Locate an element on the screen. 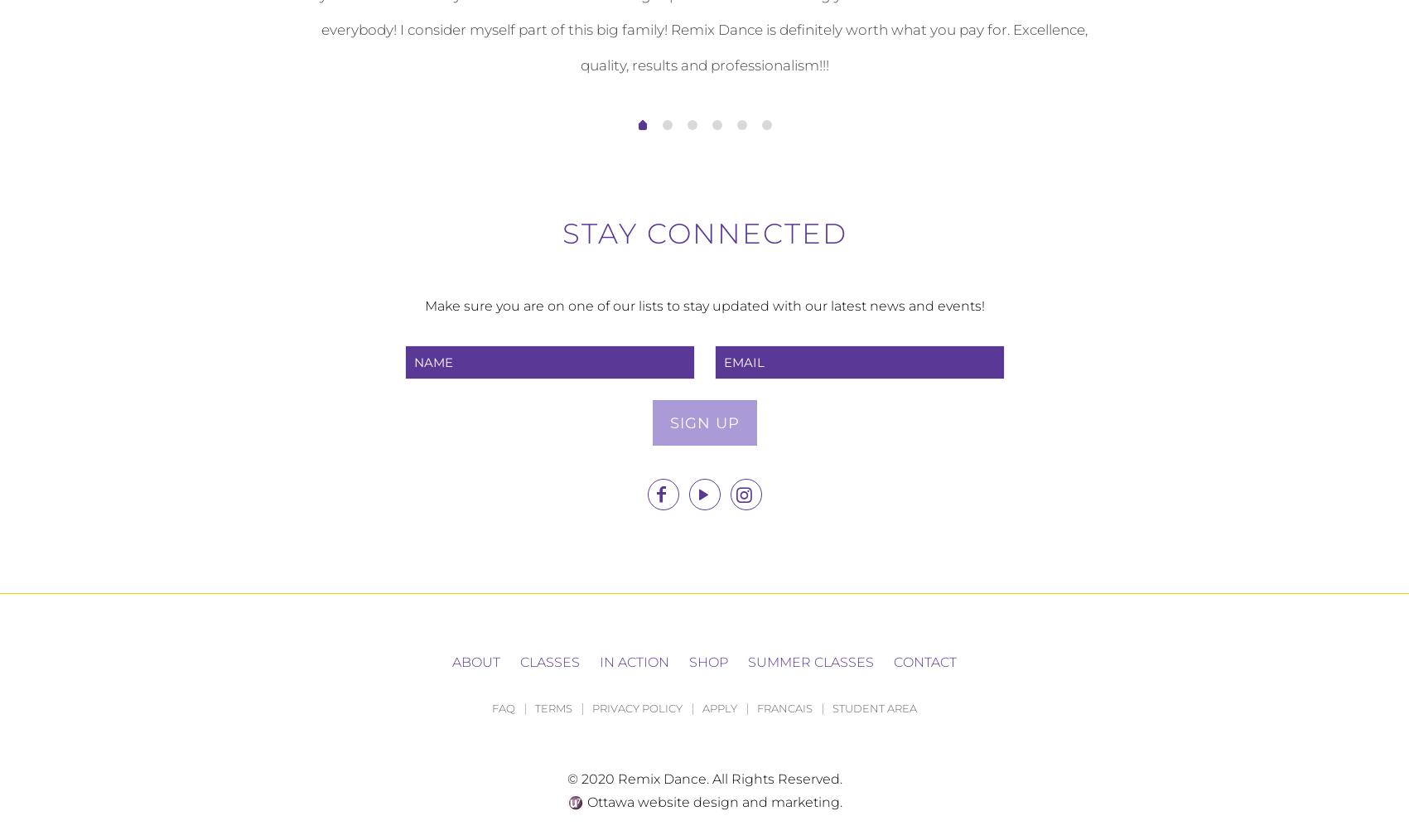  'Ottawa website design and marketing.' is located at coordinates (712, 801).